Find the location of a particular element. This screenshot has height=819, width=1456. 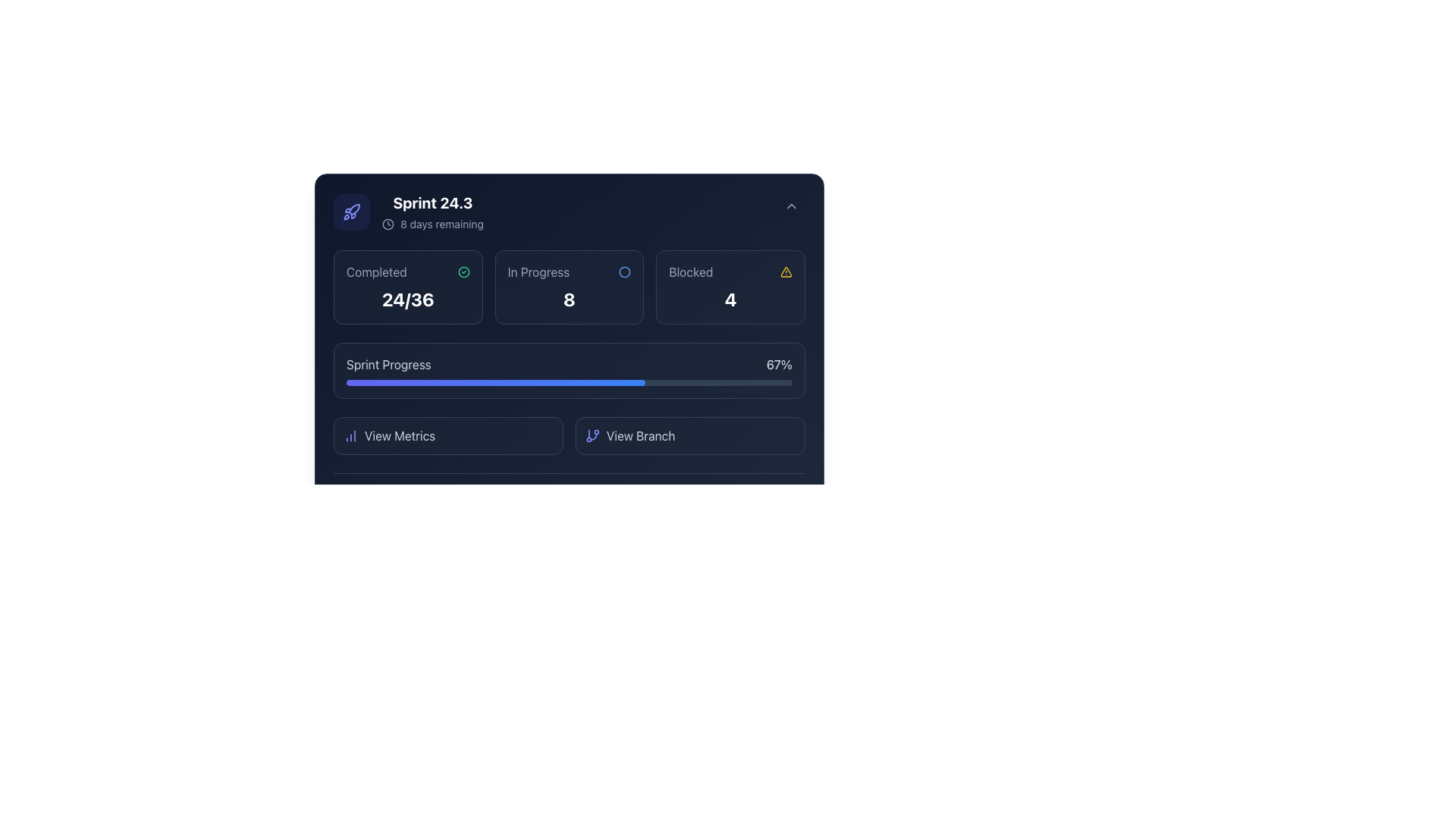

the text label displaying '24/36' in bold sans-serif font, located in the top-left corner of the interface, within the 'Completed' section is located at coordinates (408, 299).